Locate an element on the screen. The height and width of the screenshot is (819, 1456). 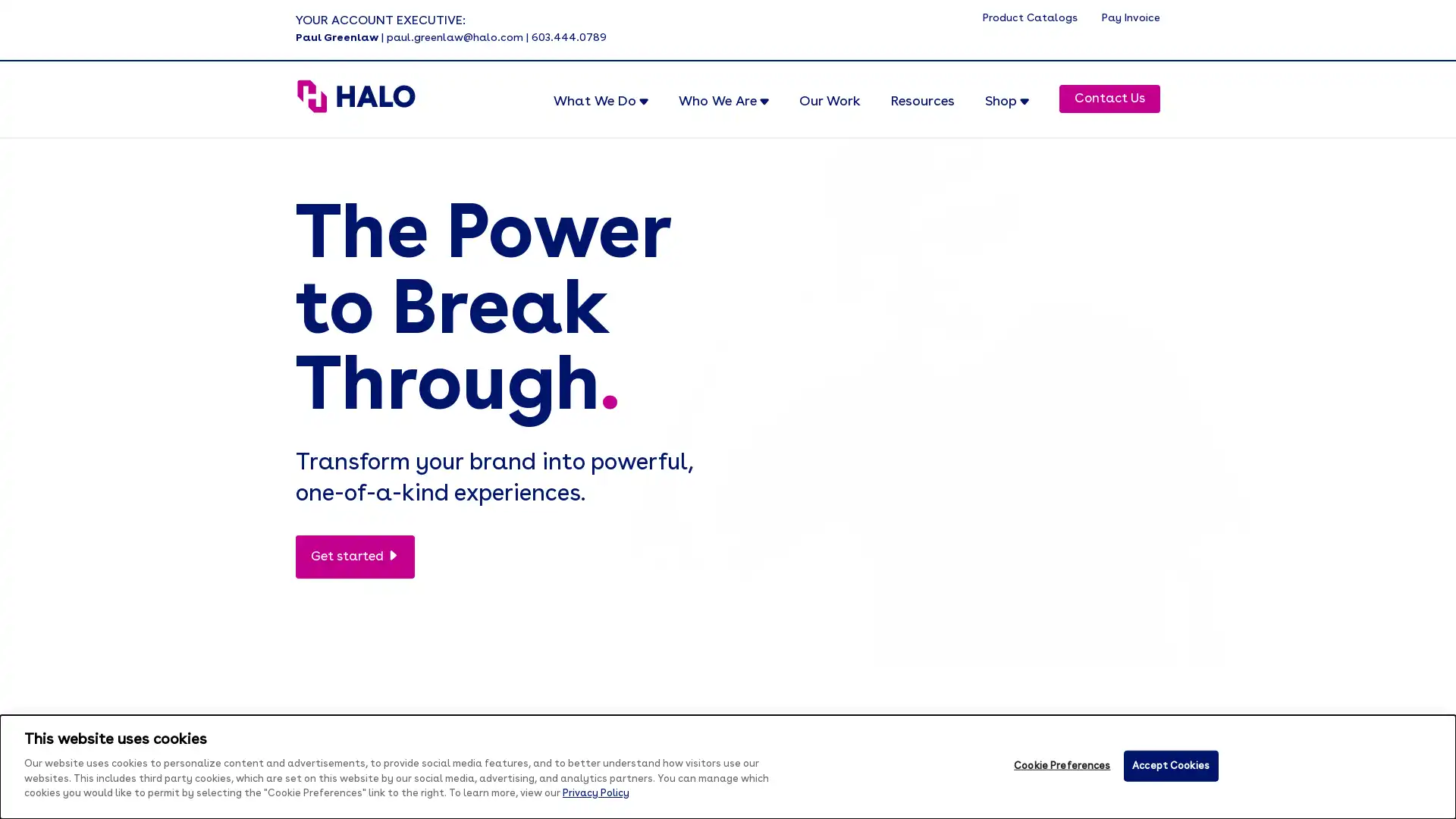
Resources is located at coordinates (922, 112).